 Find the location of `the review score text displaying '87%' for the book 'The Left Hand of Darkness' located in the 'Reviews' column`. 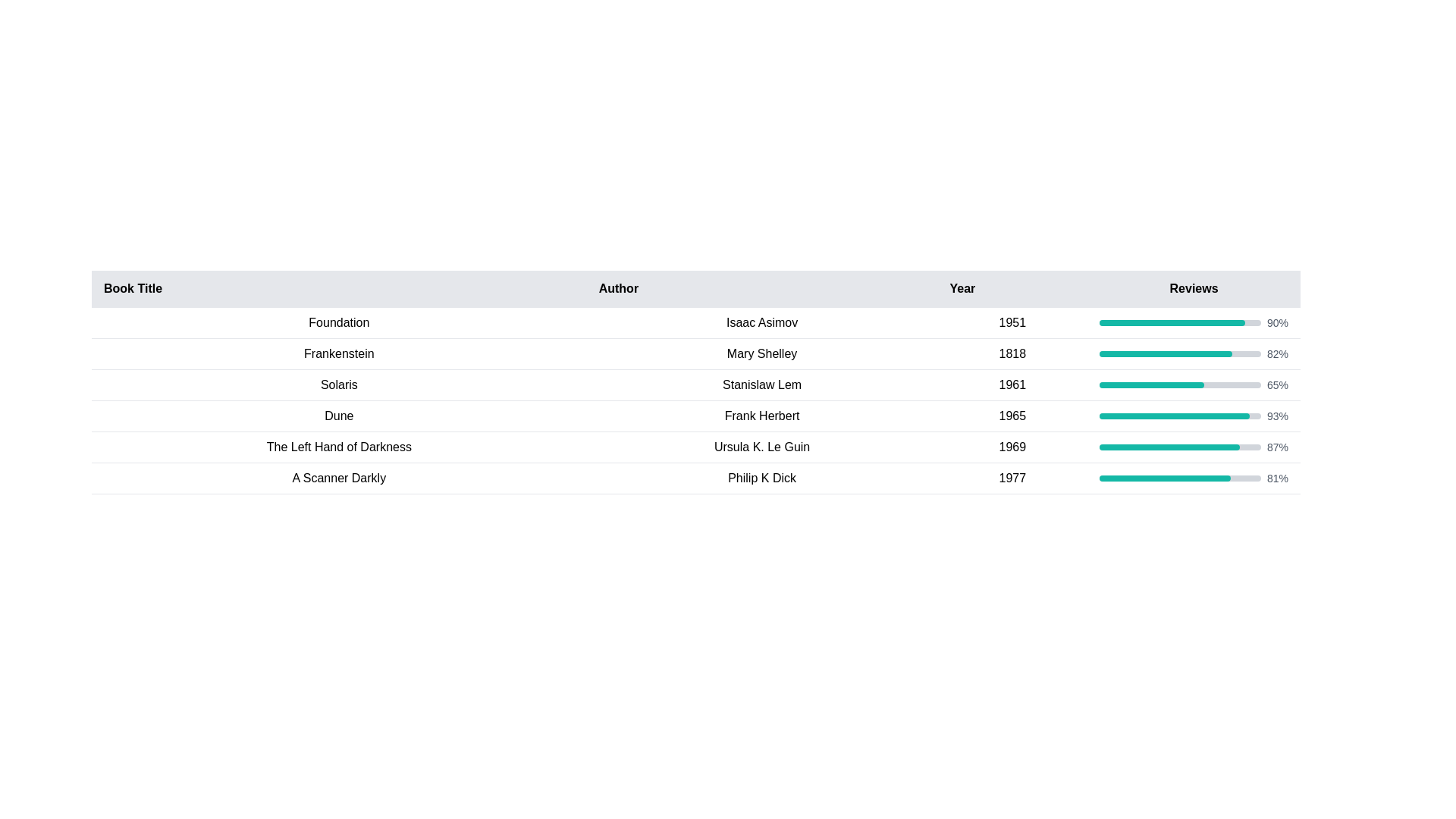

the review score text displaying '87%' for the book 'The Left Hand of Darkness' located in the 'Reviews' column is located at coordinates (1276, 447).